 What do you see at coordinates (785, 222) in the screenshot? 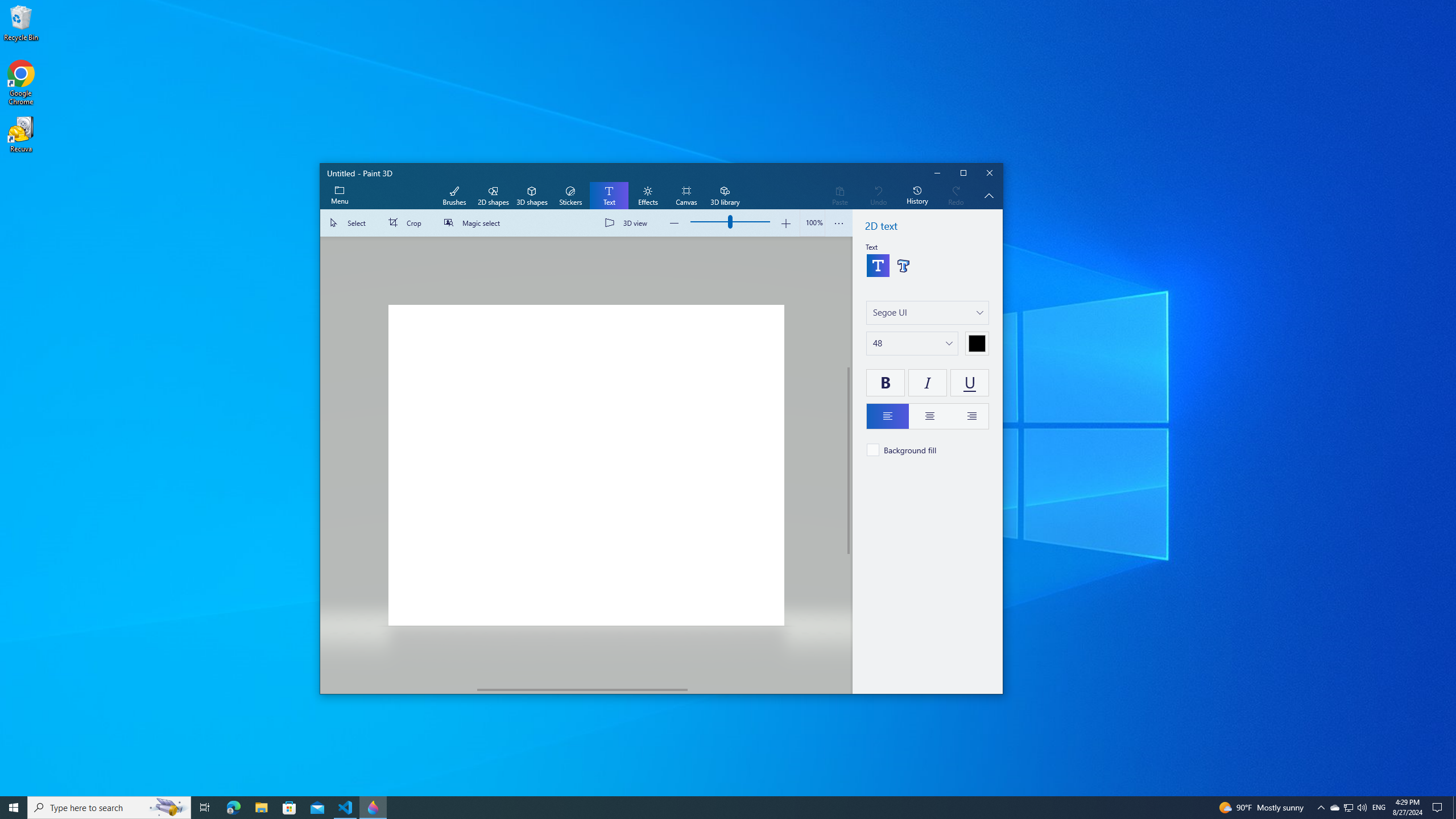
I see `'Zoom in'` at bounding box center [785, 222].